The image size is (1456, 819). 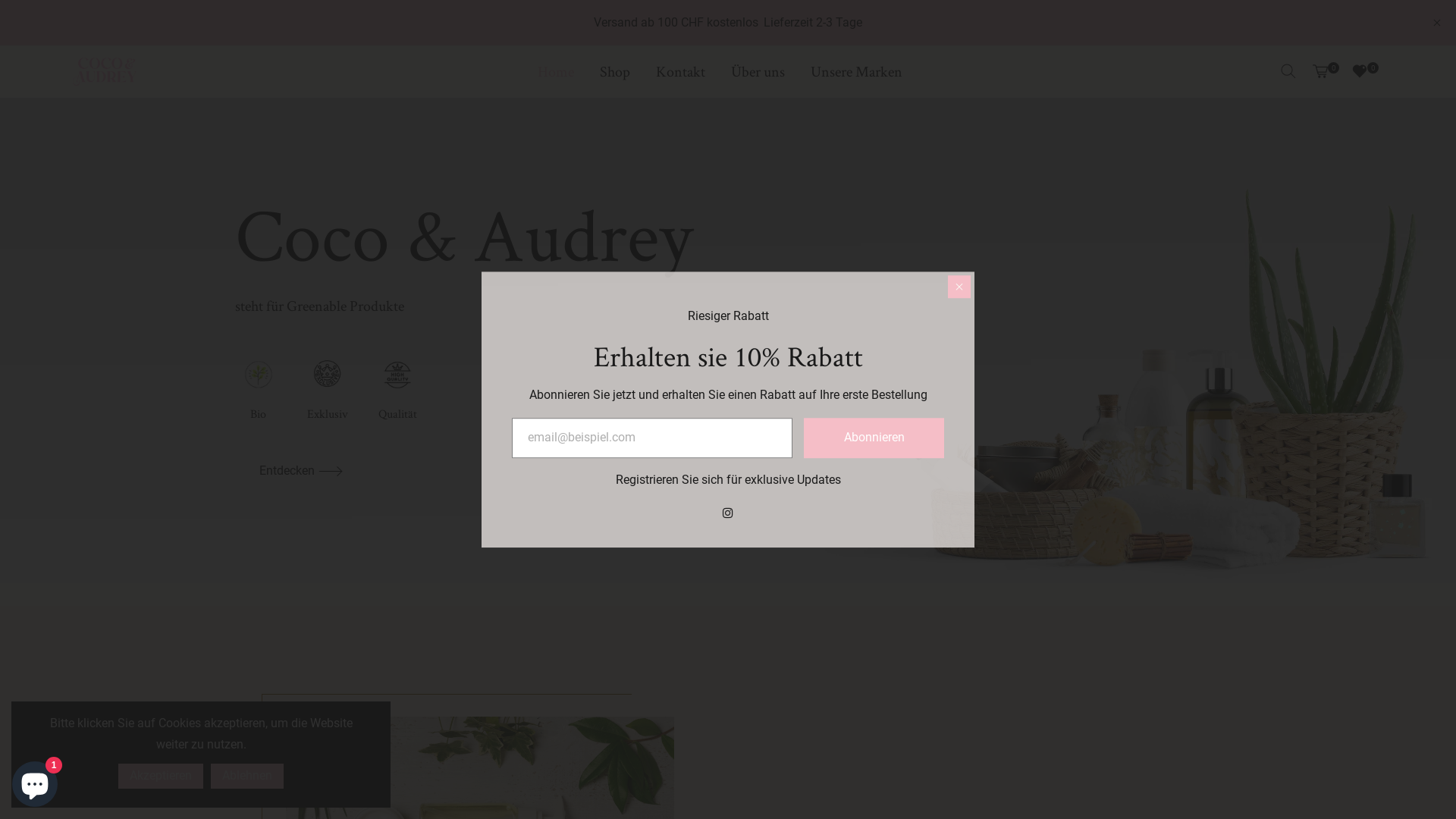 I want to click on 'Ablehnen', so click(x=247, y=776).